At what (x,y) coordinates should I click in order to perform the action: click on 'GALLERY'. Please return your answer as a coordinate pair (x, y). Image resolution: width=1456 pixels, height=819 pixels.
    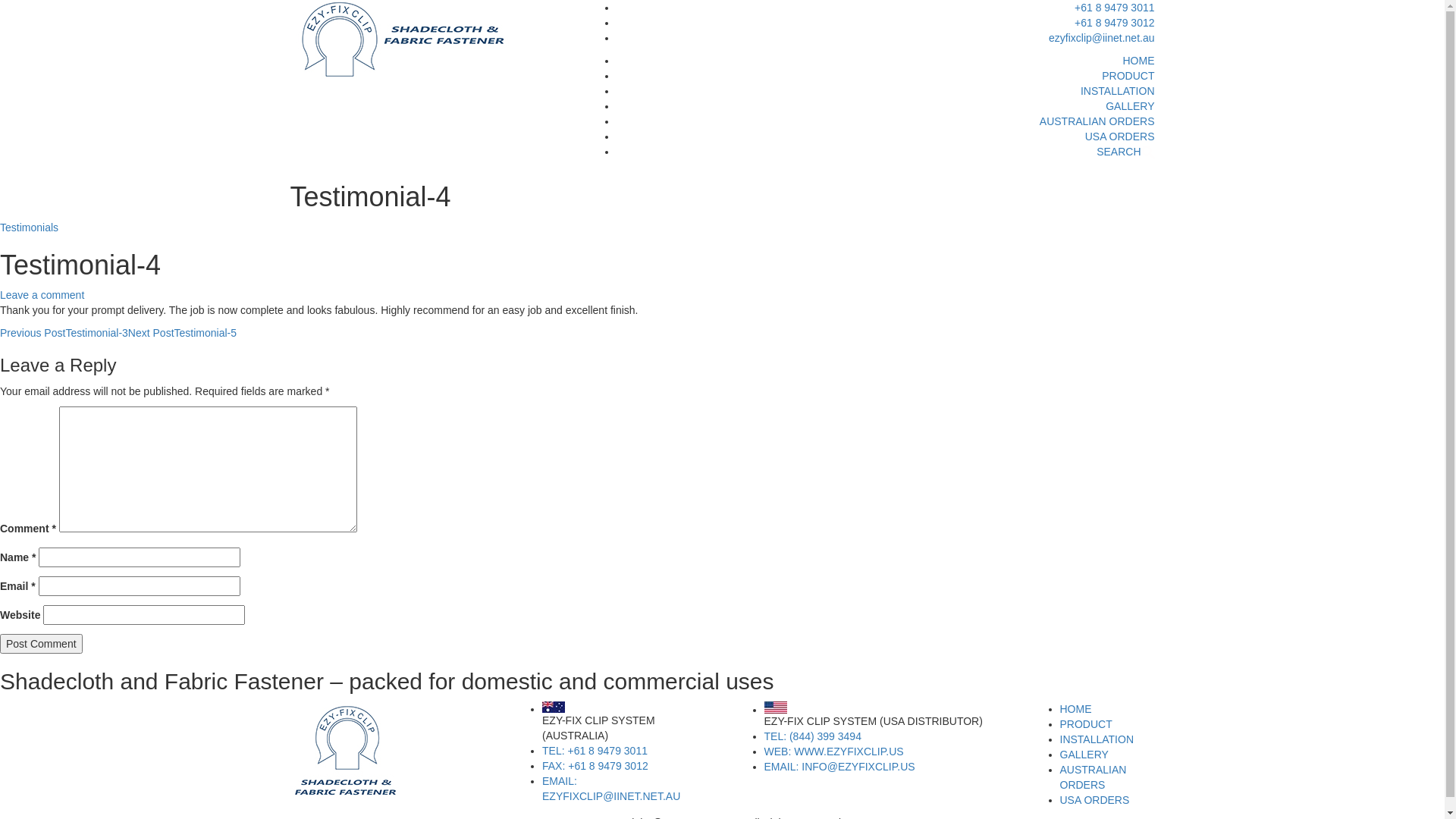
    Looking at the image, I should click on (1129, 105).